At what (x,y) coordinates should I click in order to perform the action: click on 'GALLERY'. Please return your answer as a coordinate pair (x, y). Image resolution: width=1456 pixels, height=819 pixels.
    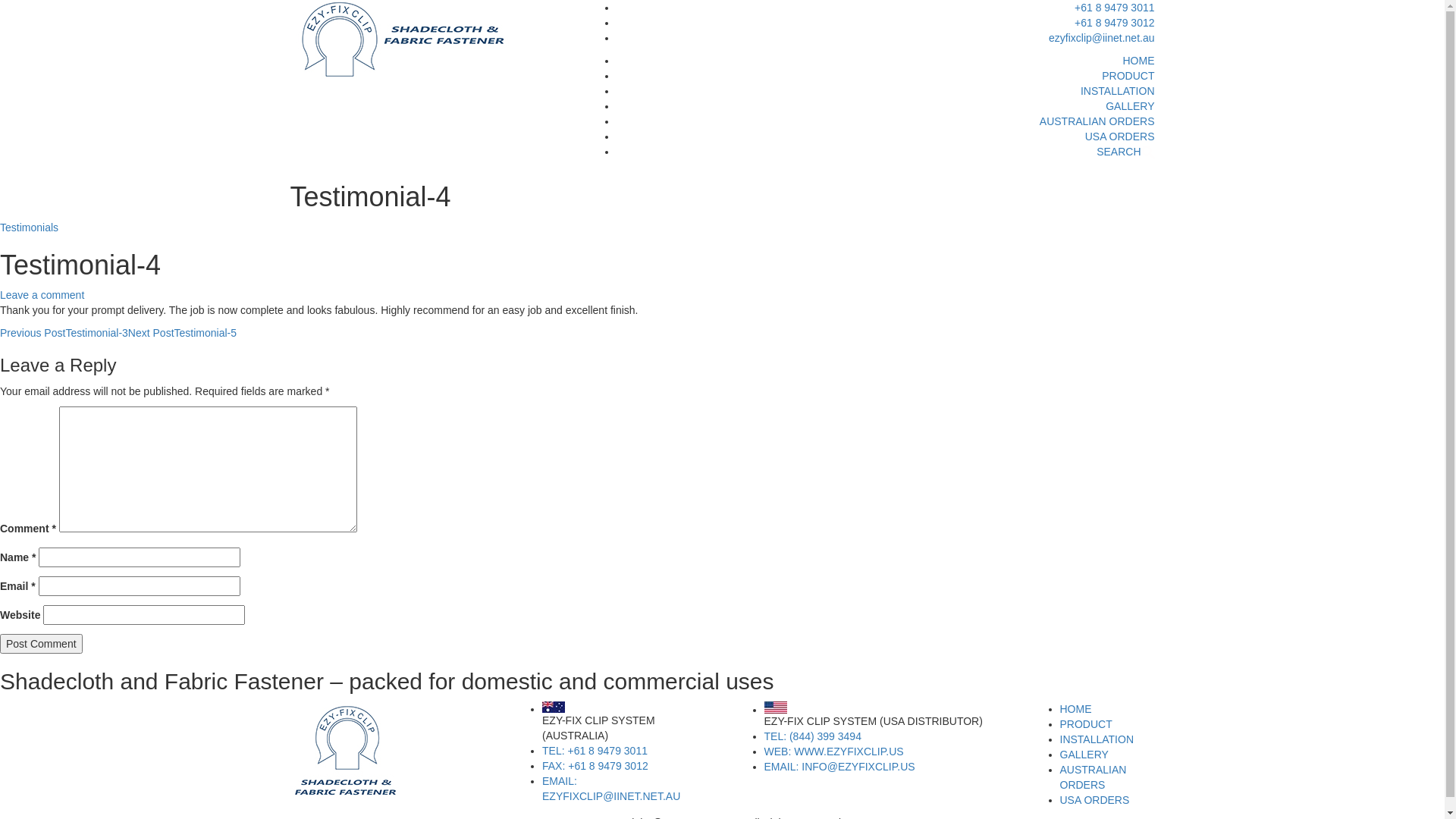
    Looking at the image, I should click on (1129, 105).